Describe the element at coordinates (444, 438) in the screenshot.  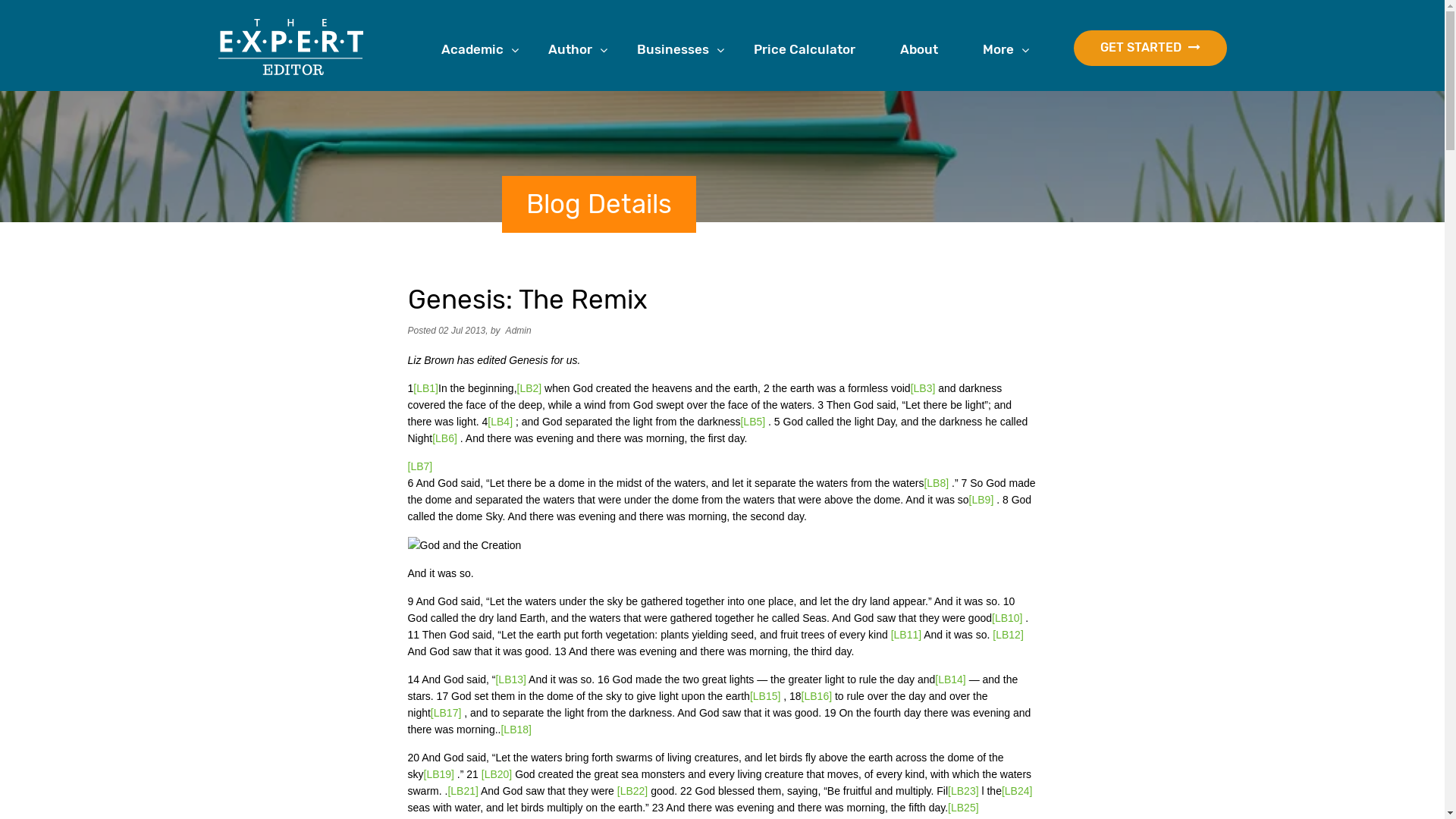
I see `'[LB6]'` at that location.